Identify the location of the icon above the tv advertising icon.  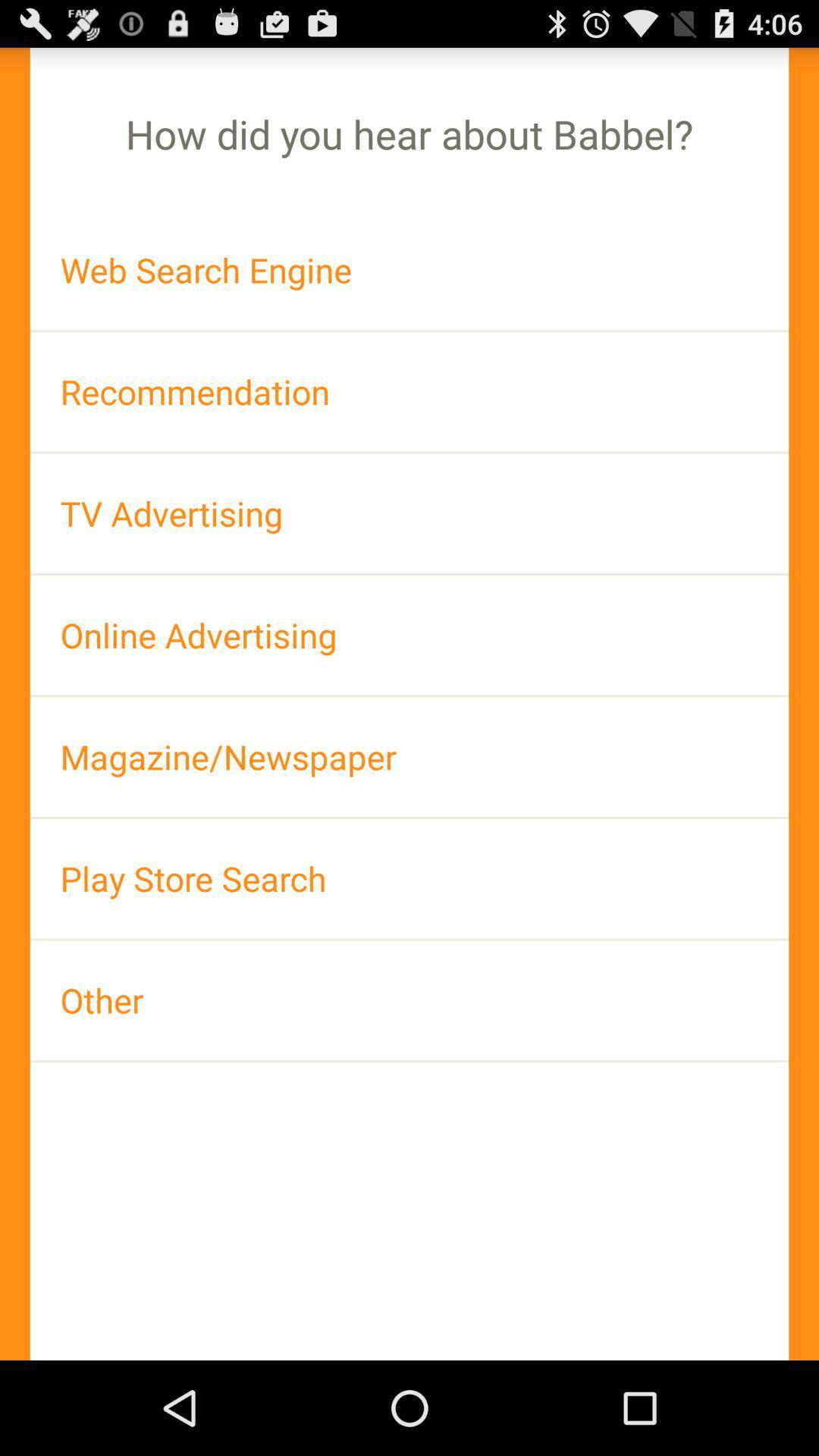
(409, 391).